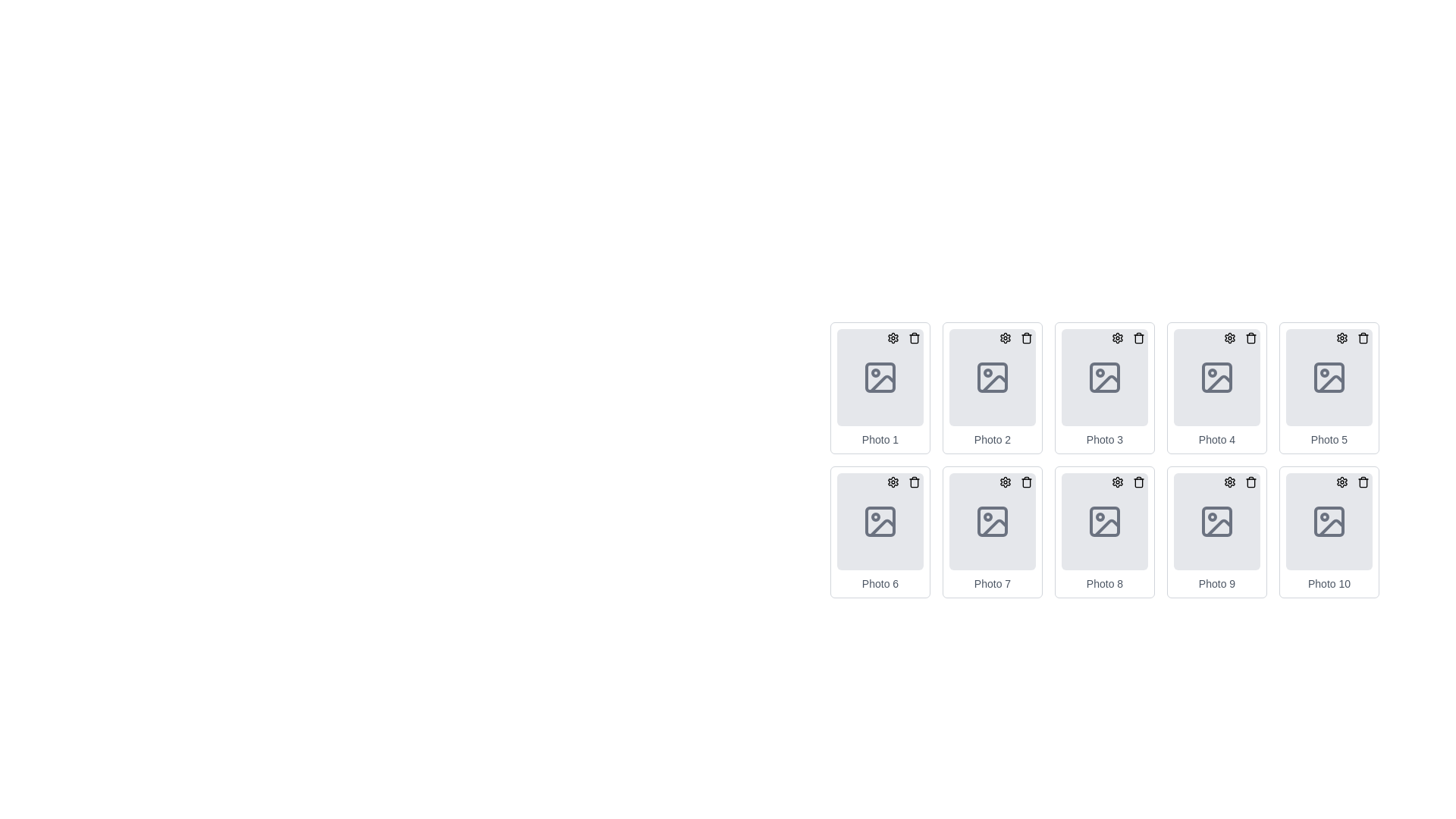  I want to click on the gear-shaped icon located in the upper-right corner of the 'Photo 2' card, so click(1005, 337).